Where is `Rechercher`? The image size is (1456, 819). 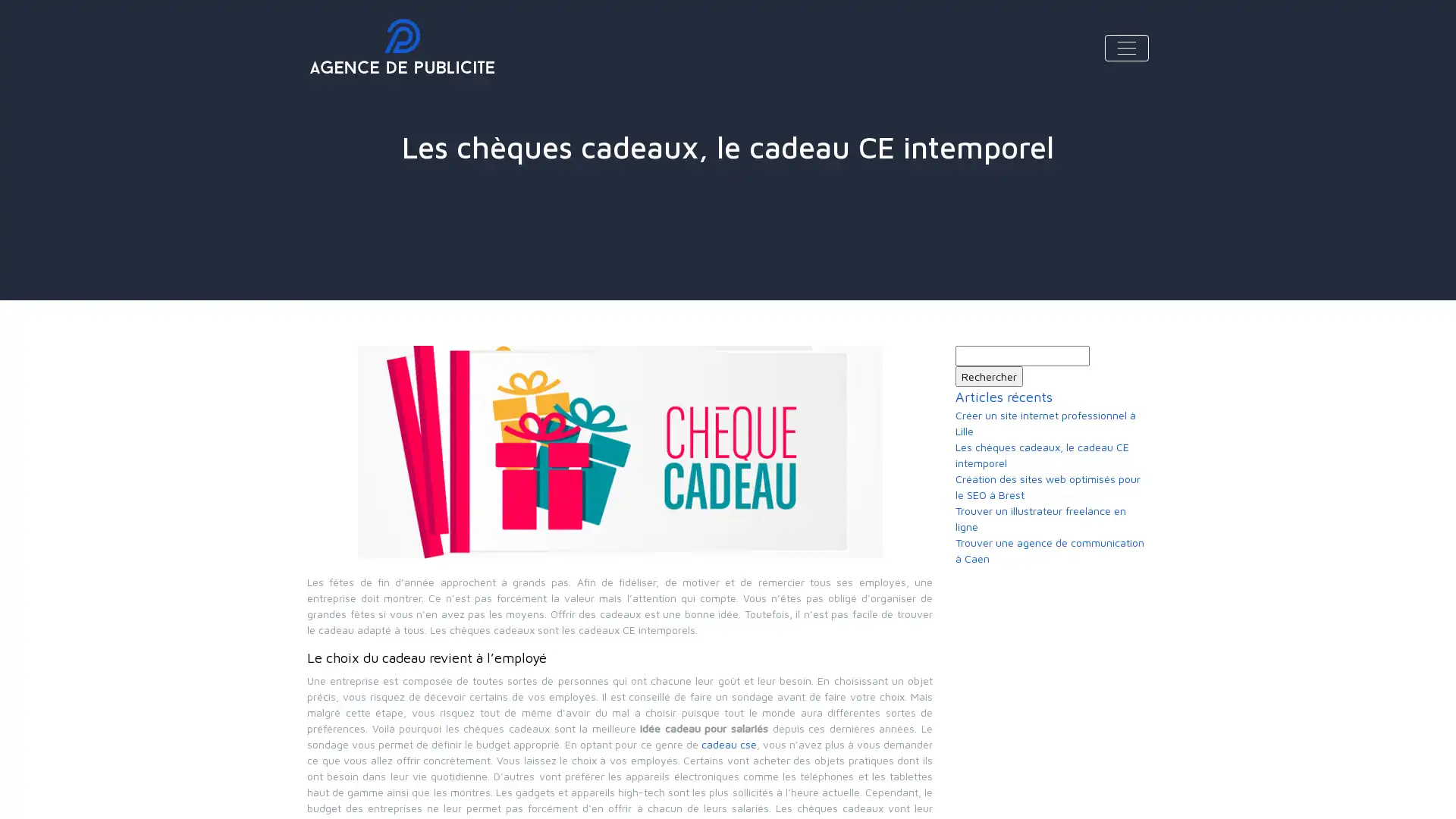 Rechercher is located at coordinates (989, 375).